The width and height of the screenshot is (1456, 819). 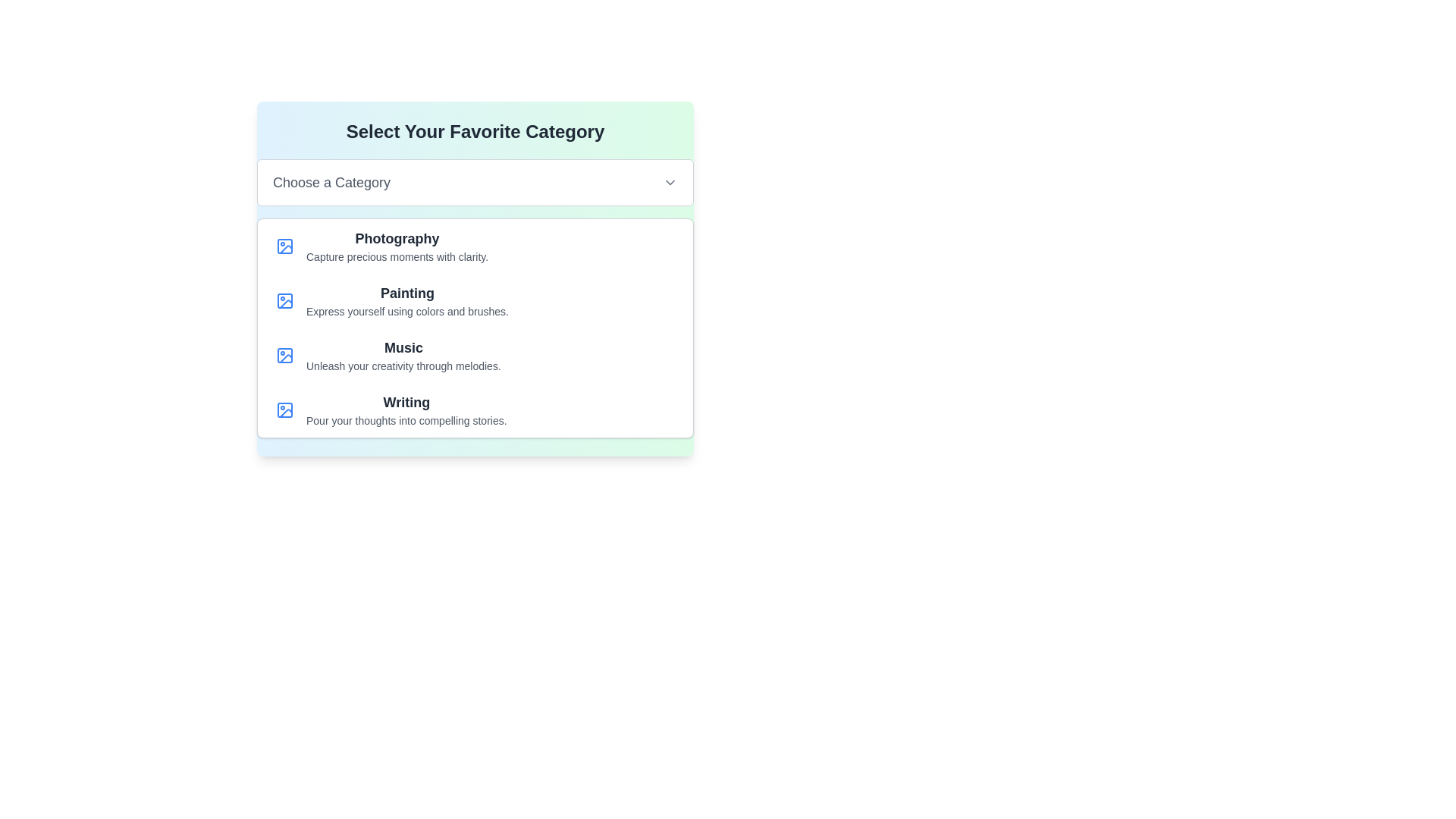 I want to click on to select the 'Writing' category, which is identified by the bold title 'Writing' in dark gray and is the last item in a vertical list of categories, so click(x=406, y=409).